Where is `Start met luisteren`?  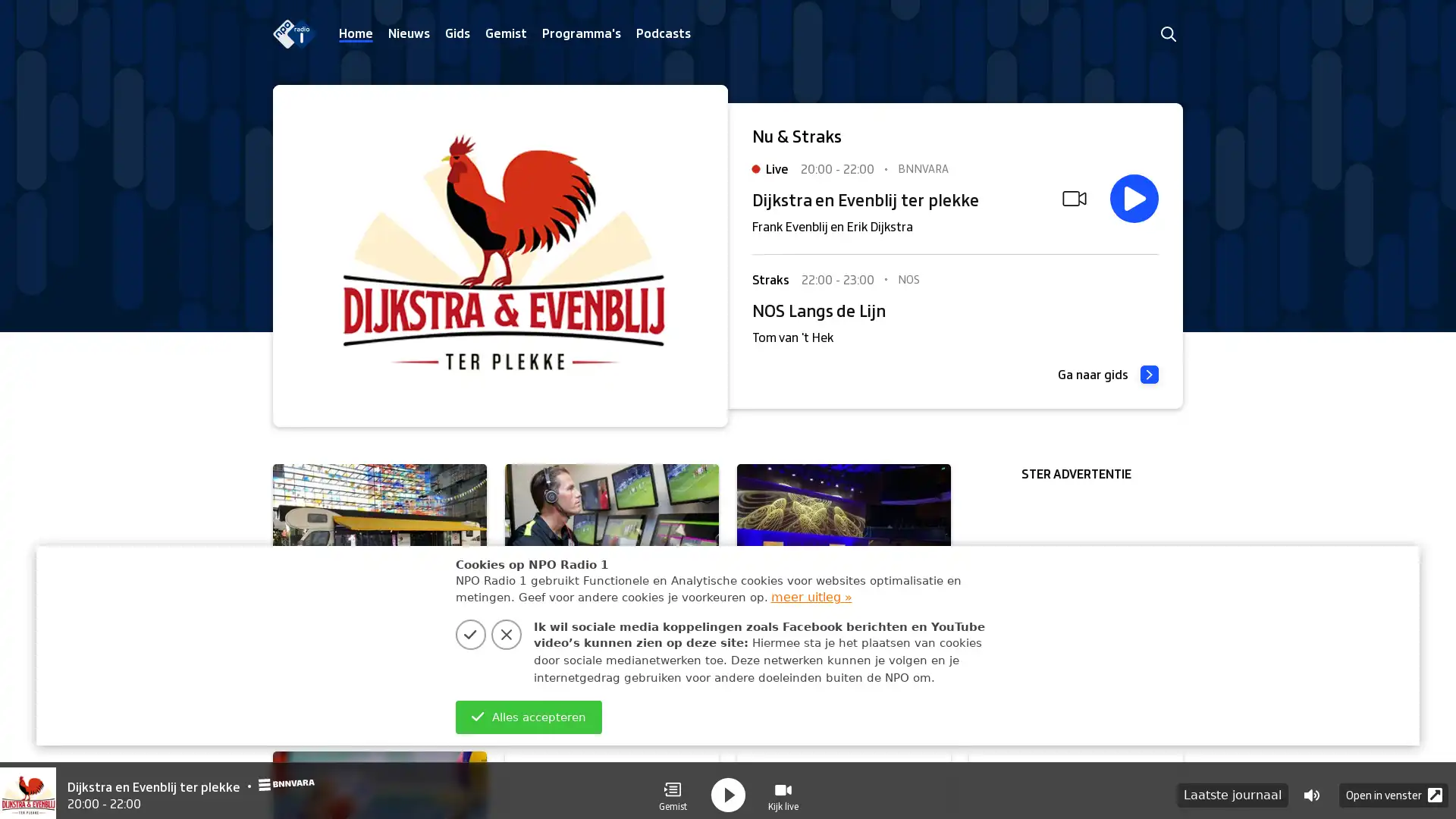 Start met luisteren is located at coordinates (1134, 198).